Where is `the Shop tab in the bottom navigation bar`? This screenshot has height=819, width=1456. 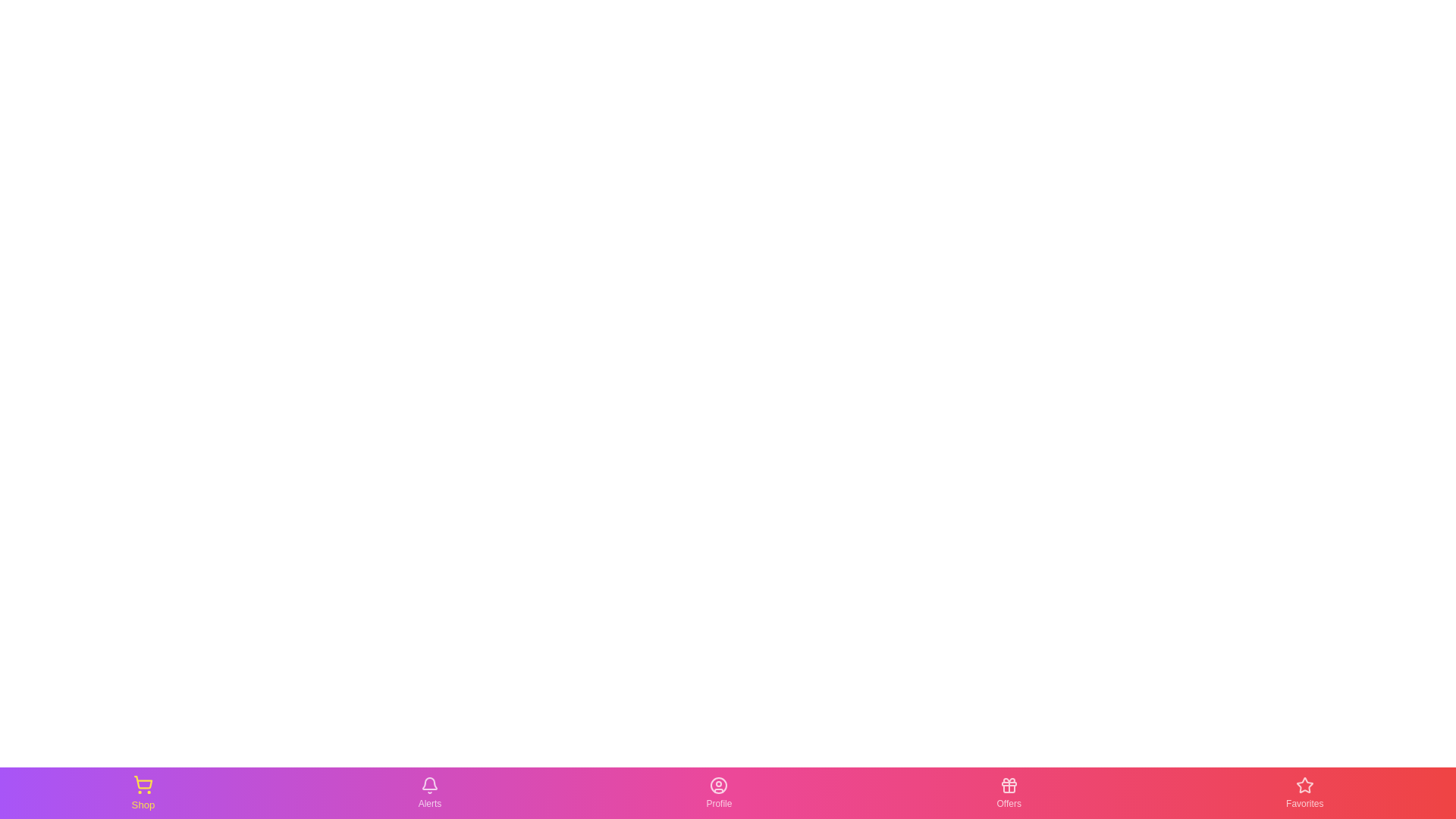
the Shop tab in the bottom navigation bar is located at coordinates (142, 792).